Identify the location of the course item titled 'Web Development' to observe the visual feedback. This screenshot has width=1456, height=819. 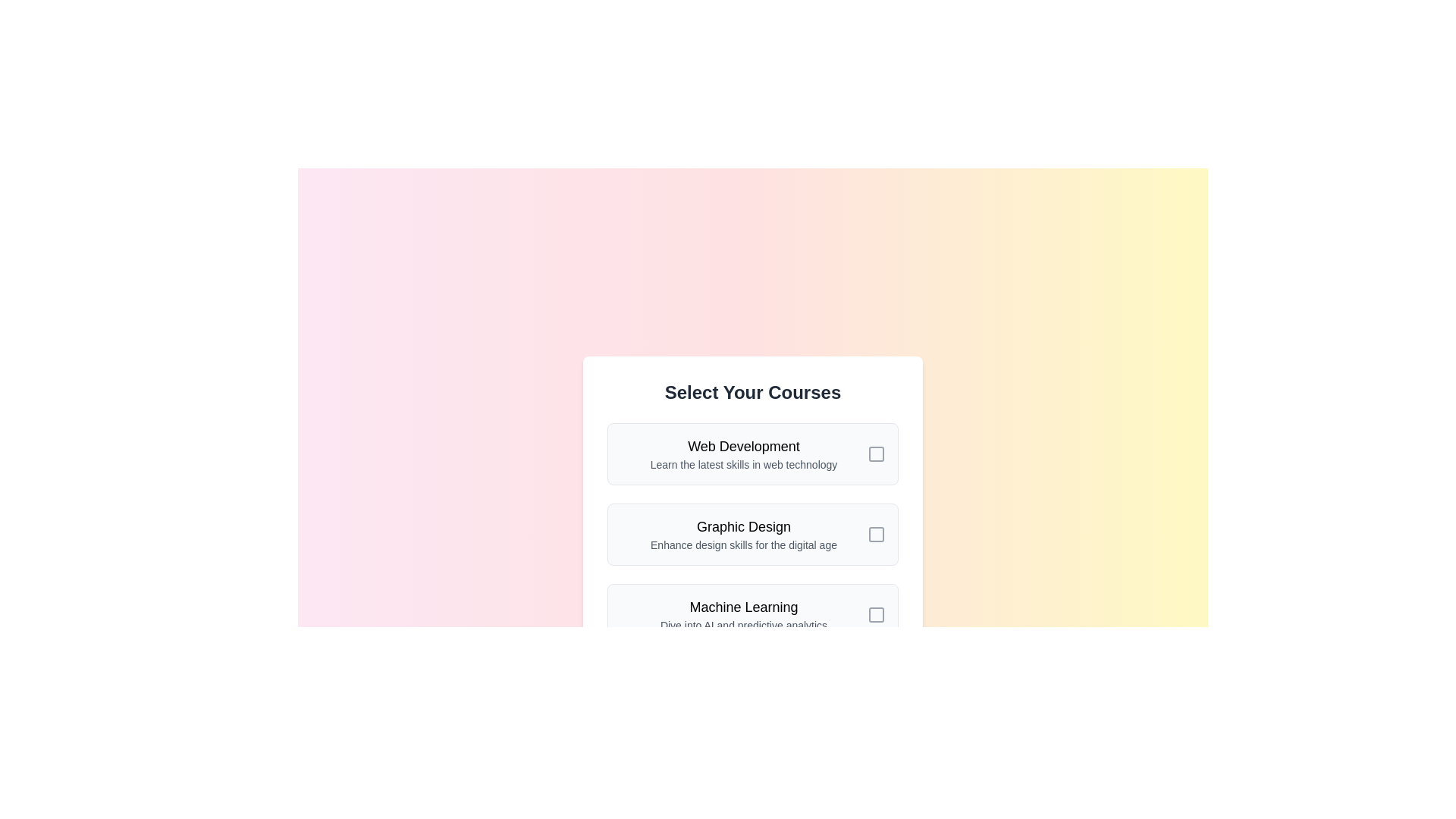
(753, 453).